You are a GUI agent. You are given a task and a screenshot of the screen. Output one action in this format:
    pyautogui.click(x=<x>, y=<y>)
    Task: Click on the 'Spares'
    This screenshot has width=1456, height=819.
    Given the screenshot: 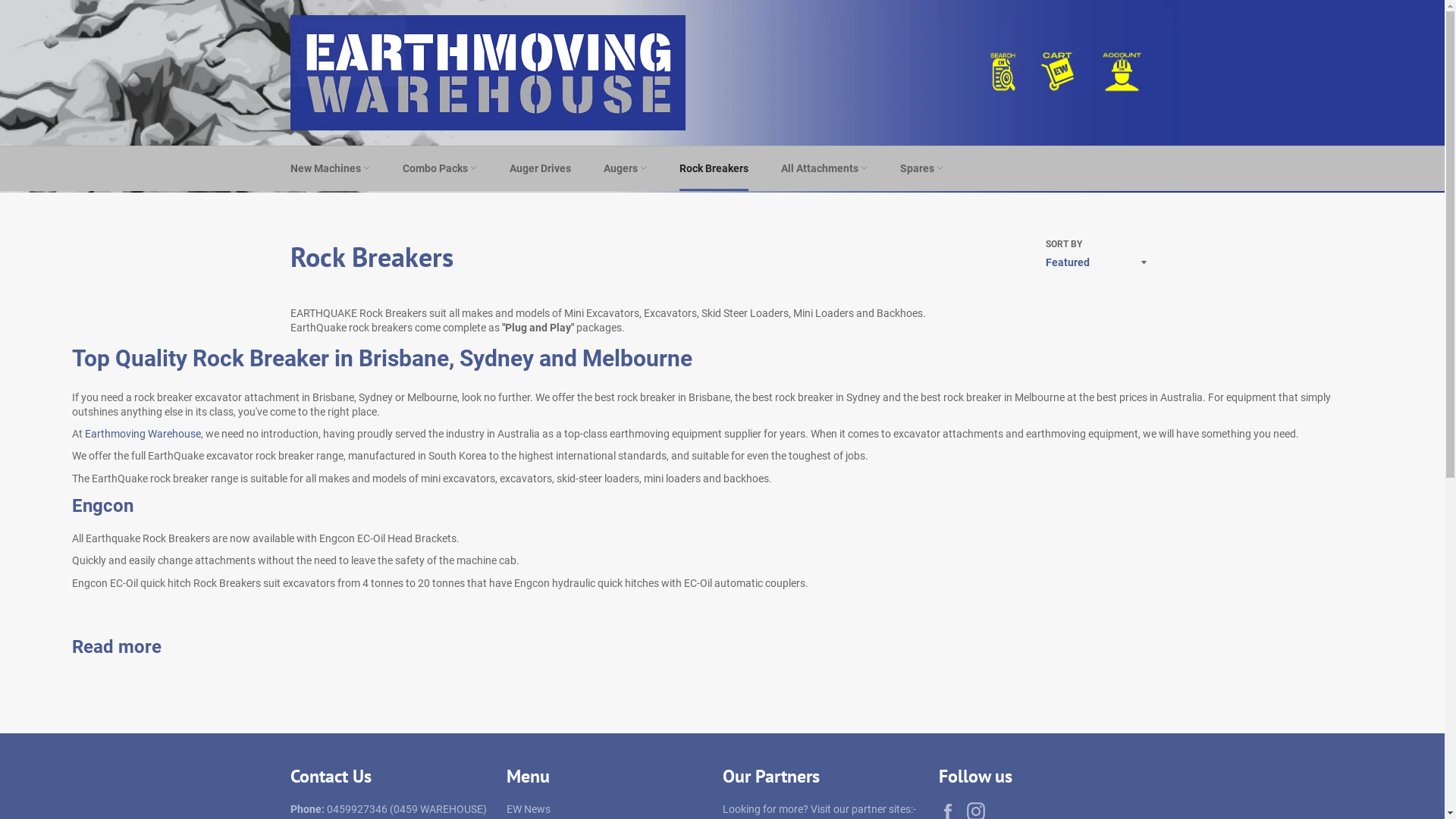 What is the action you would take?
    pyautogui.click(x=920, y=168)
    